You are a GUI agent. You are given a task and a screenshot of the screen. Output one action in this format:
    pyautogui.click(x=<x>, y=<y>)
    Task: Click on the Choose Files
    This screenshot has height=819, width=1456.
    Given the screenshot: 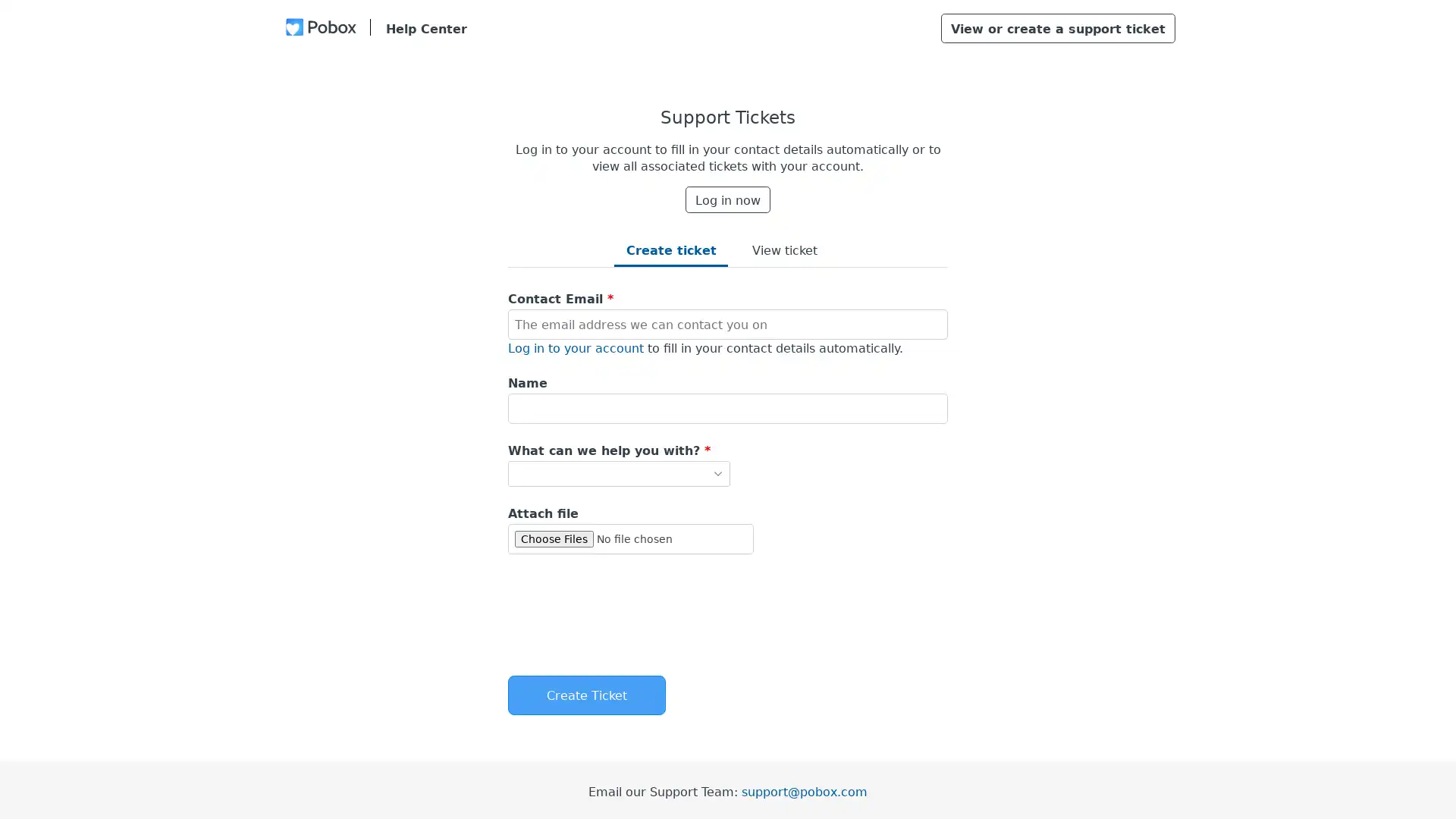 What is the action you would take?
    pyautogui.click(x=553, y=538)
    